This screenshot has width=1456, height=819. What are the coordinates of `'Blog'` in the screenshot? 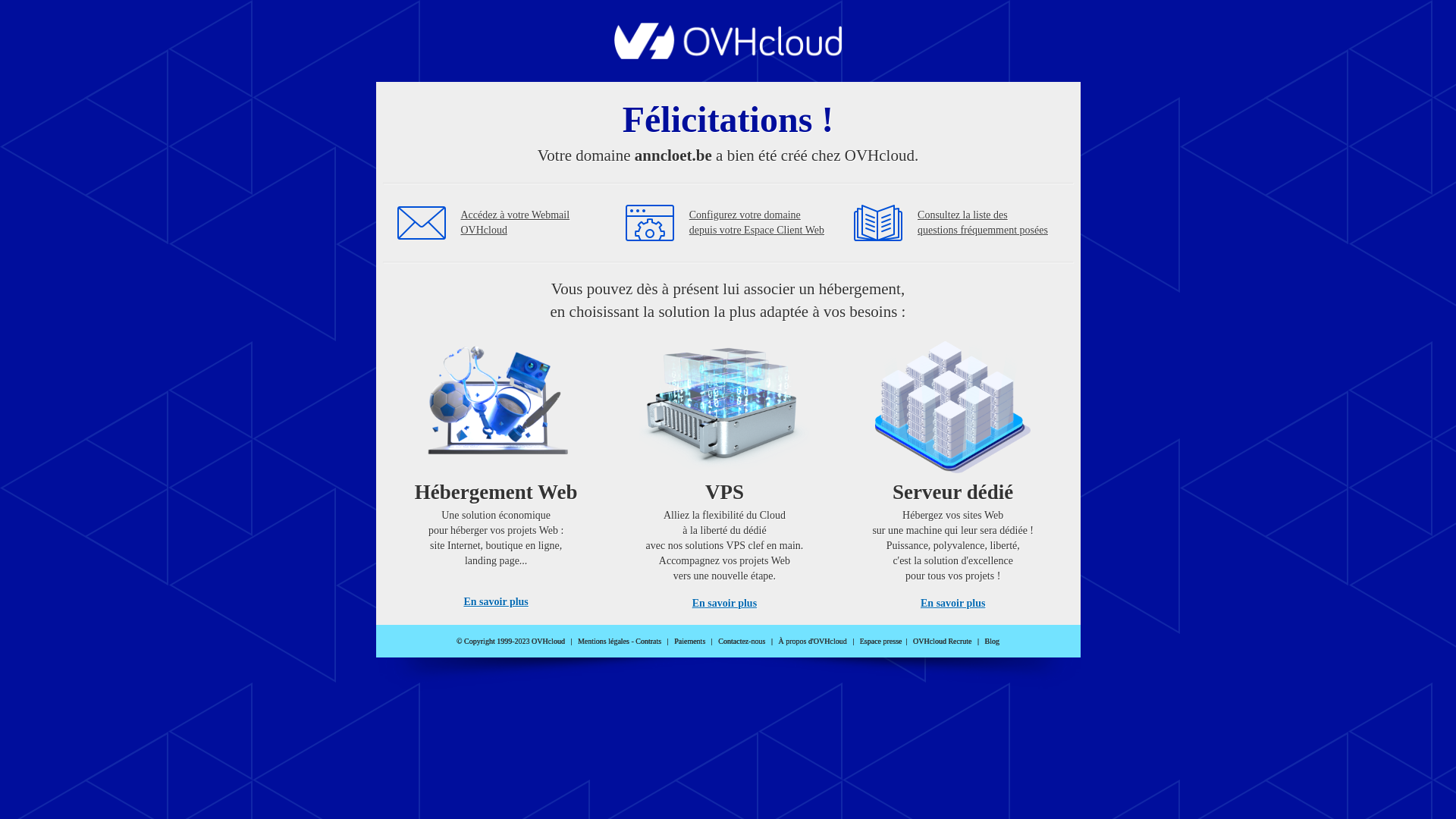 It's located at (992, 641).